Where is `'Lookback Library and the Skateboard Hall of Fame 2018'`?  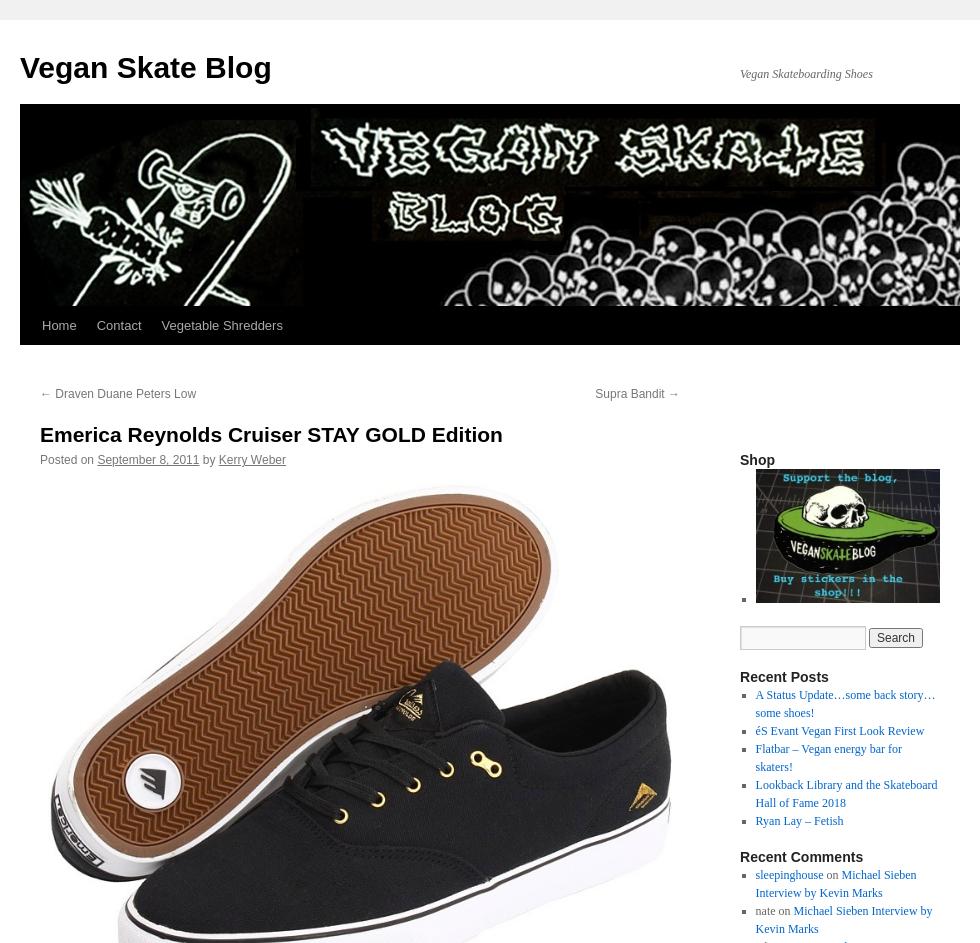
'Lookback Library and the Skateboard Hall of Fame 2018' is located at coordinates (754, 793).